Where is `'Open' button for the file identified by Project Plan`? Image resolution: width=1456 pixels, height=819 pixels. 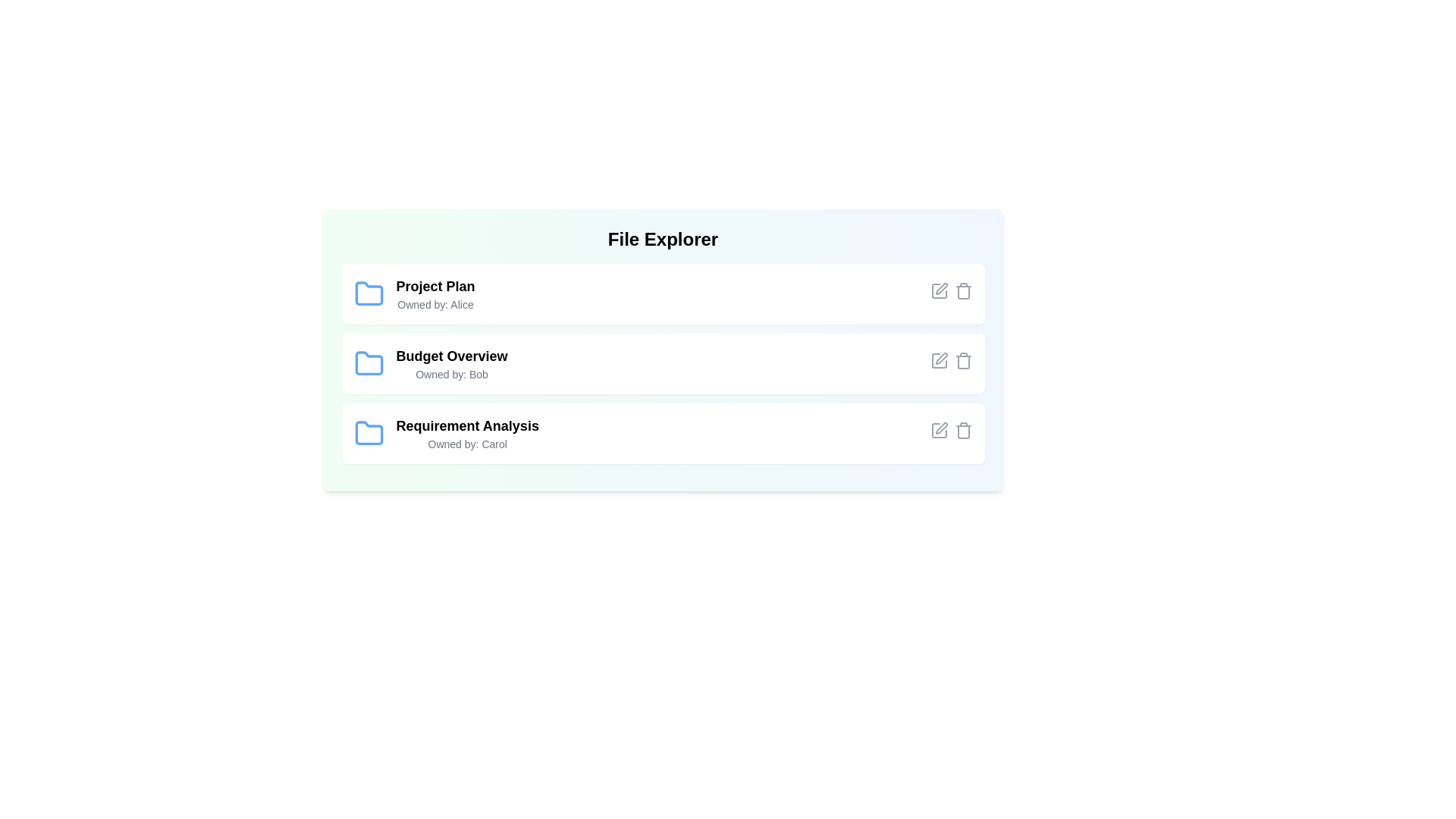 'Open' button for the file identified by Project Plan is located at coordinates (893, 294).